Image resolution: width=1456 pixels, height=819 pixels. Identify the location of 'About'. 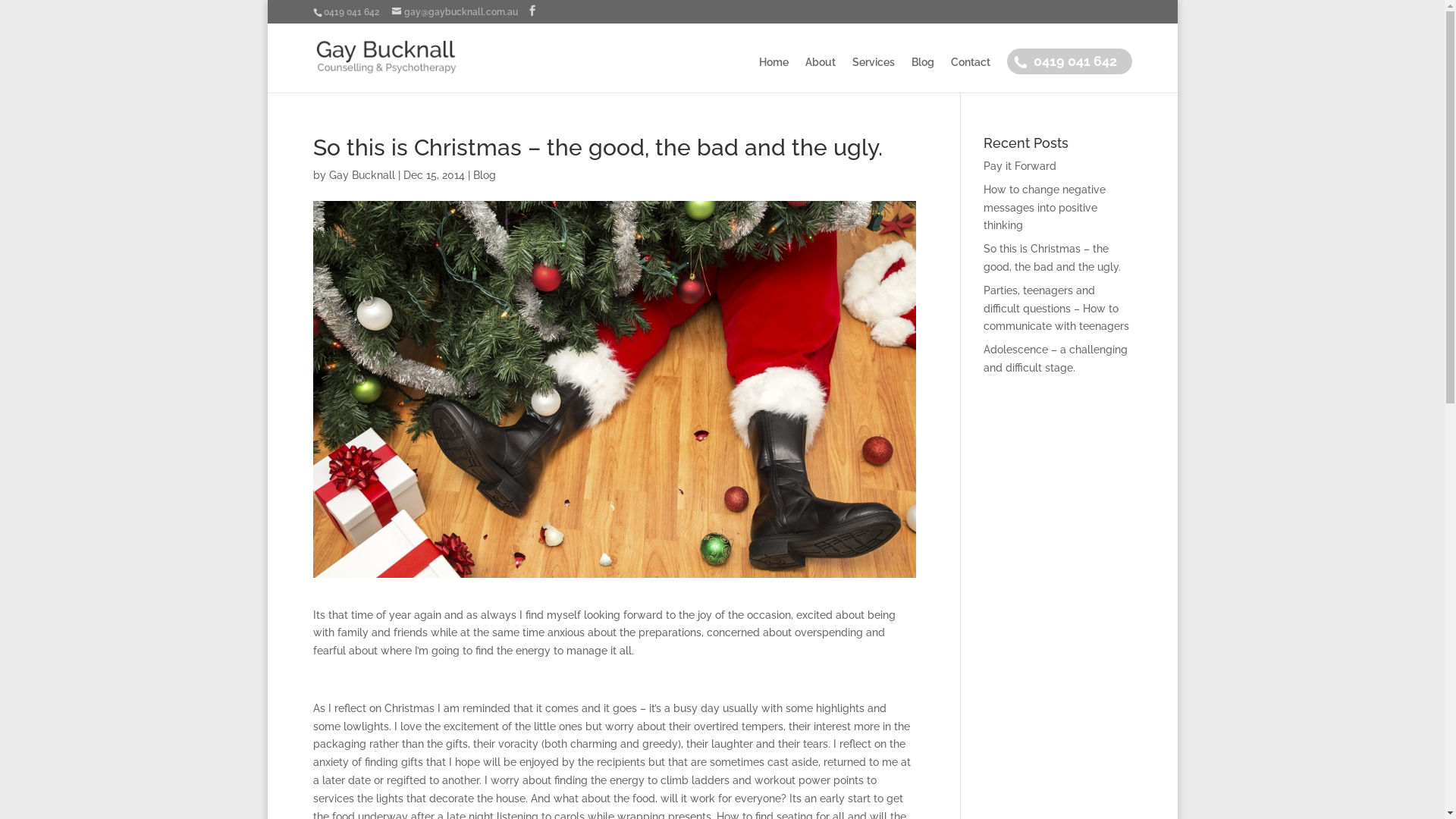
(819, 74).